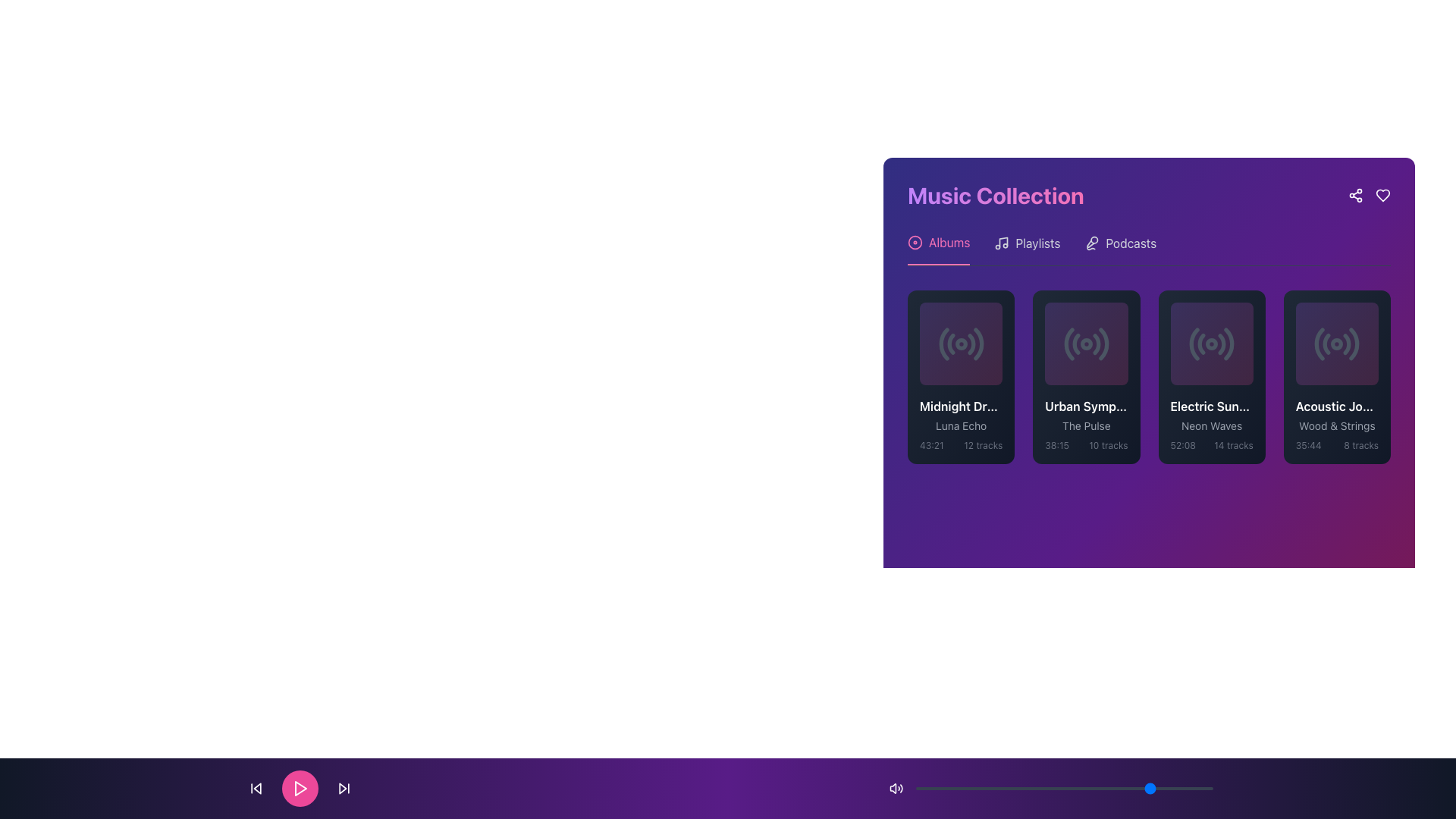 The width and height of the screenshot is (1456, 819). Describe the element at coordinates (1086, 344) in the screenshot. I see `the play icon located on the second item card titled 'Urban Symphony' in the 'Albums' section of the music playlist` at that location.